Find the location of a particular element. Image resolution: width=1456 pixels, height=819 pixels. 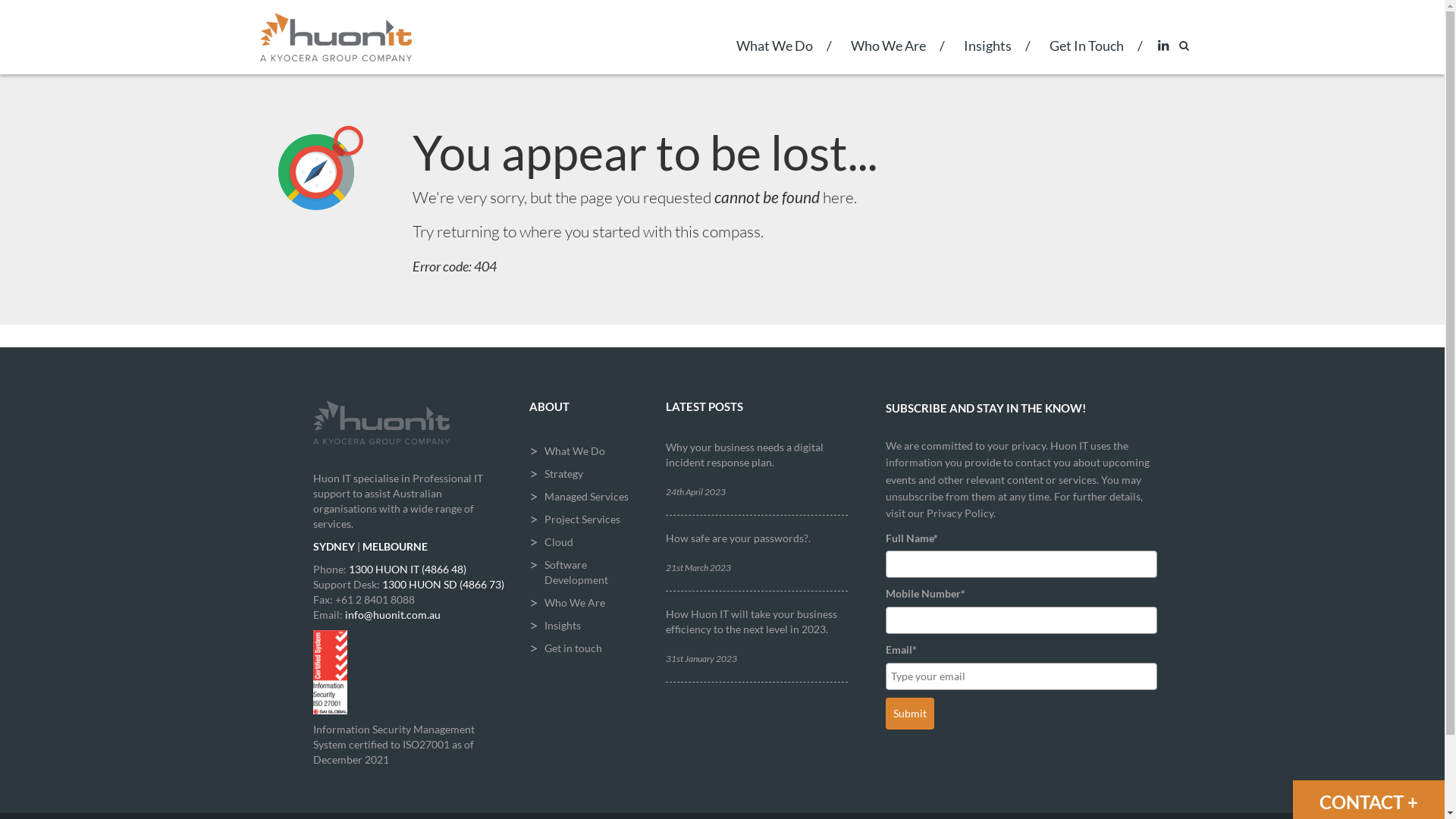

'Managed Services' is located at coordinates (585, 497).